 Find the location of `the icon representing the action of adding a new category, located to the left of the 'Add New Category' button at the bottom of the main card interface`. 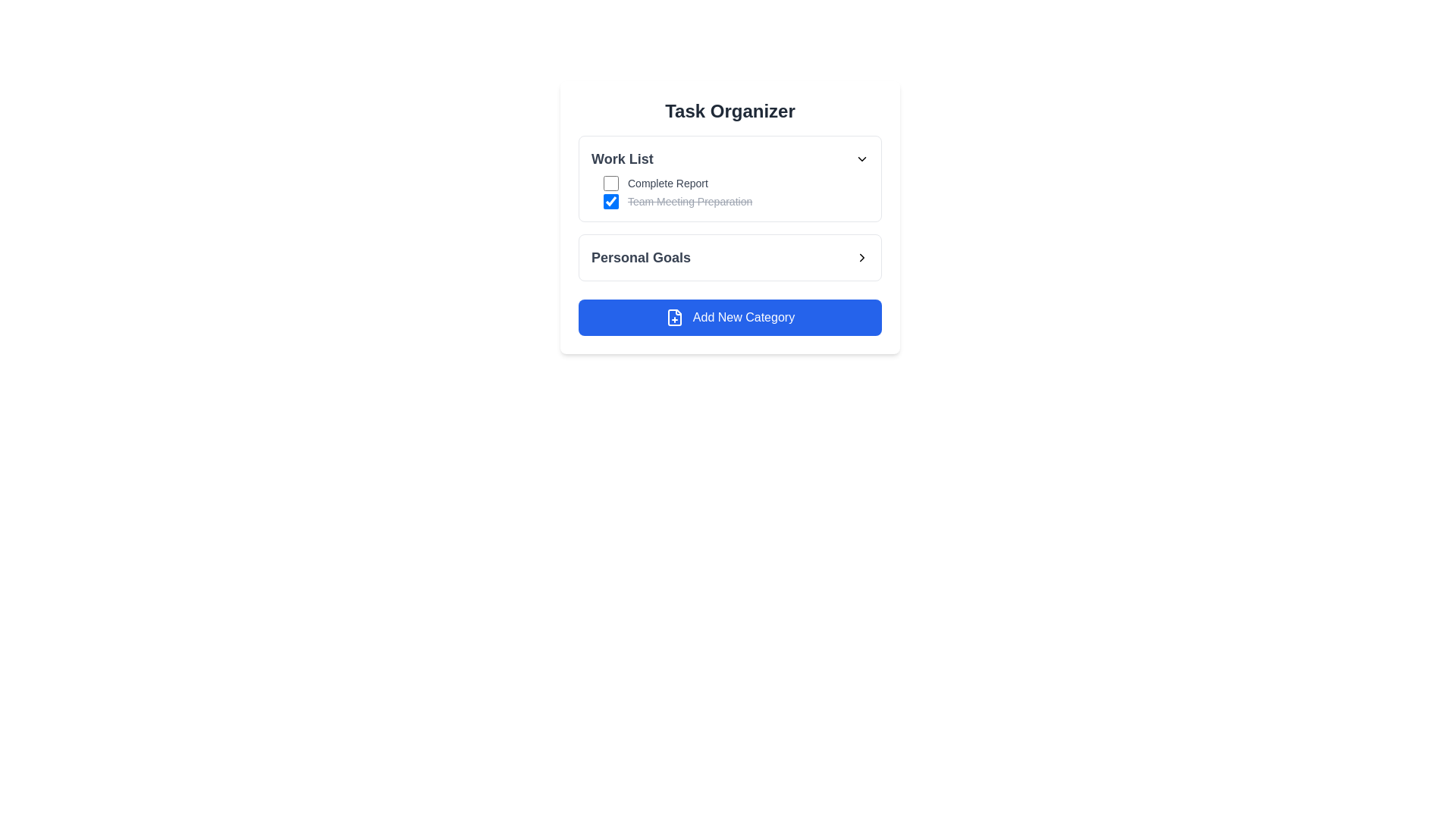

the icon representing the action of adding a new category, located to the left of the 'Add New Category' button at the bottom of the main card interface is located at coordinates (673, 317).